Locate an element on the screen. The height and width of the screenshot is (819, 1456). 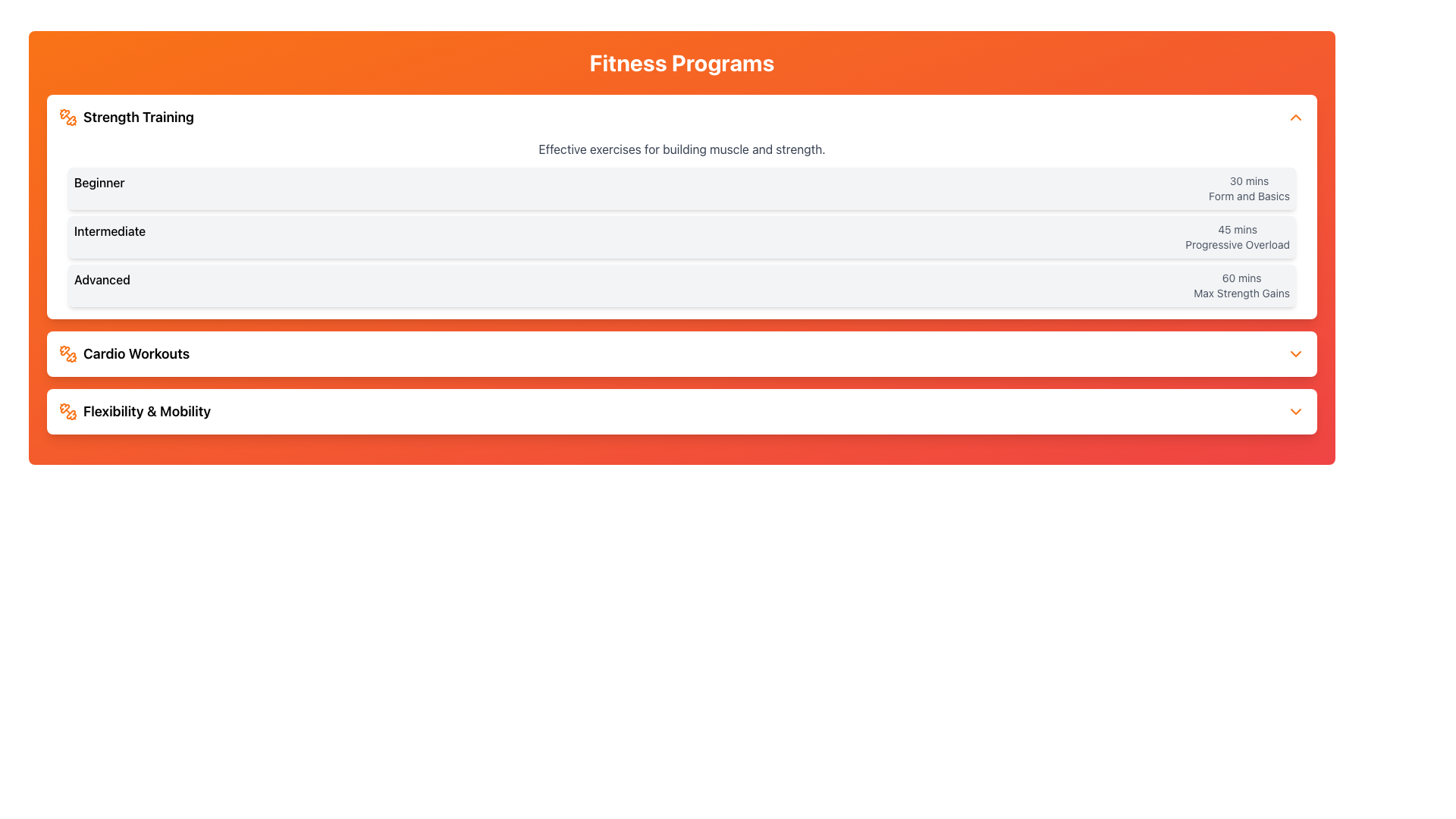
the 'Flexibility & Mobility' text label with icon is located at coordinates (135, 412).